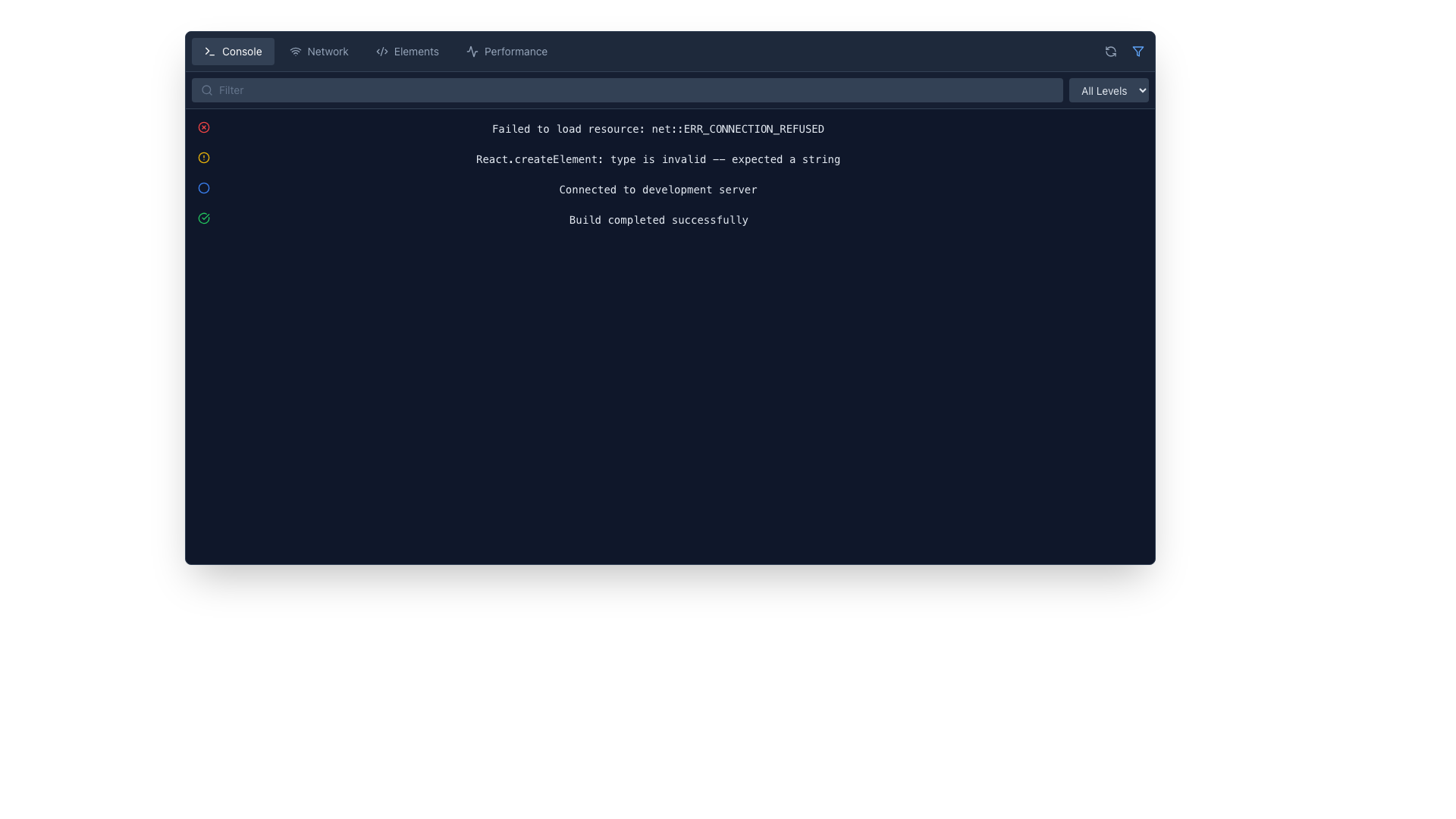 The height and width of the screenshot is (819, 1456). Describe the element at coordinates (202, 127) in the screenshot. I see `the error indicator icon located in the leftmost part of the row, adjacent to the error message` at that location.